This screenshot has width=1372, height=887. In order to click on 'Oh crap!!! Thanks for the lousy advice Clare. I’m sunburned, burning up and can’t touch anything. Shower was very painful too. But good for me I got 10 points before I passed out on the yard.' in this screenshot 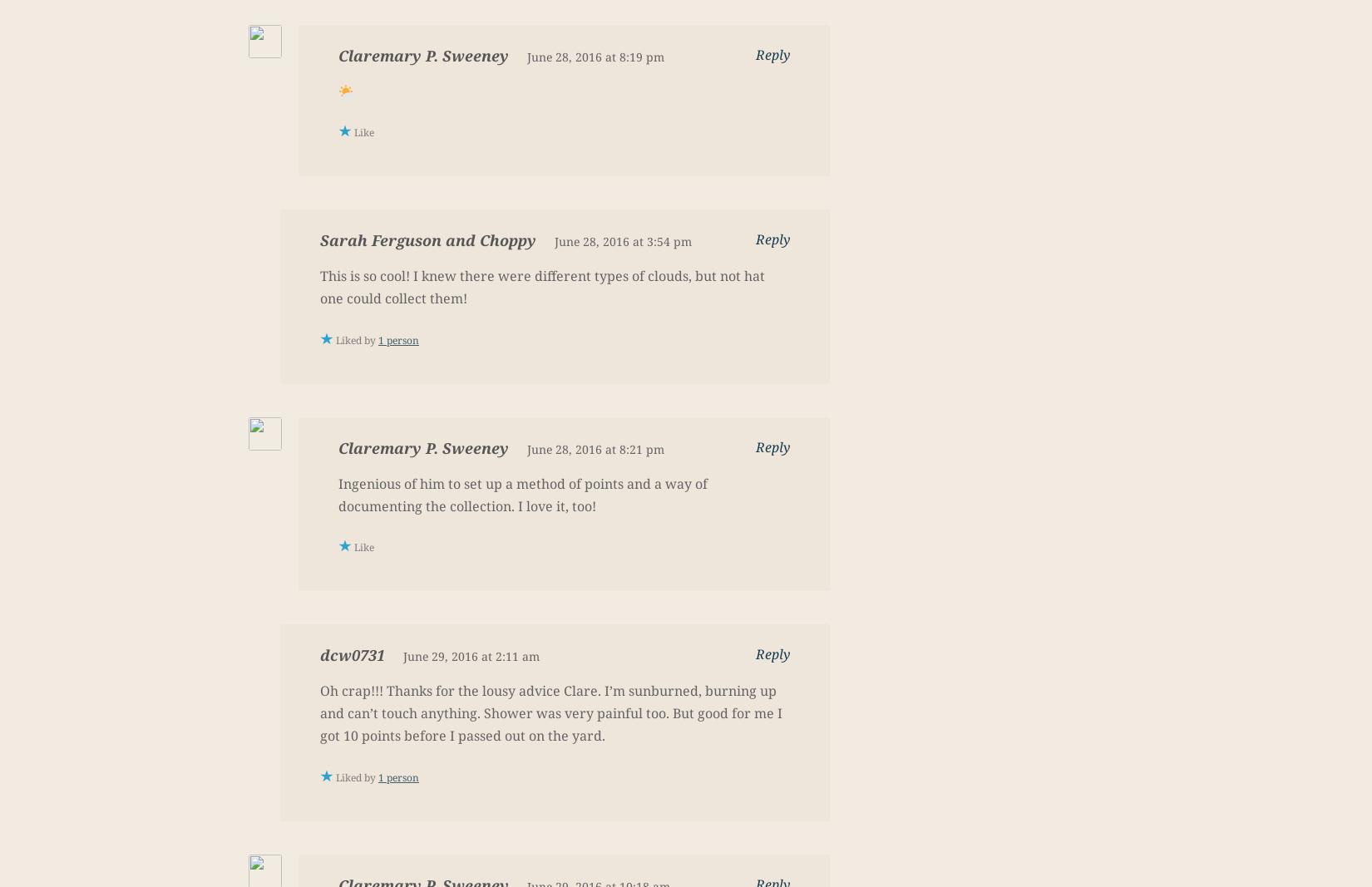, I will do `click(550, 712)`.